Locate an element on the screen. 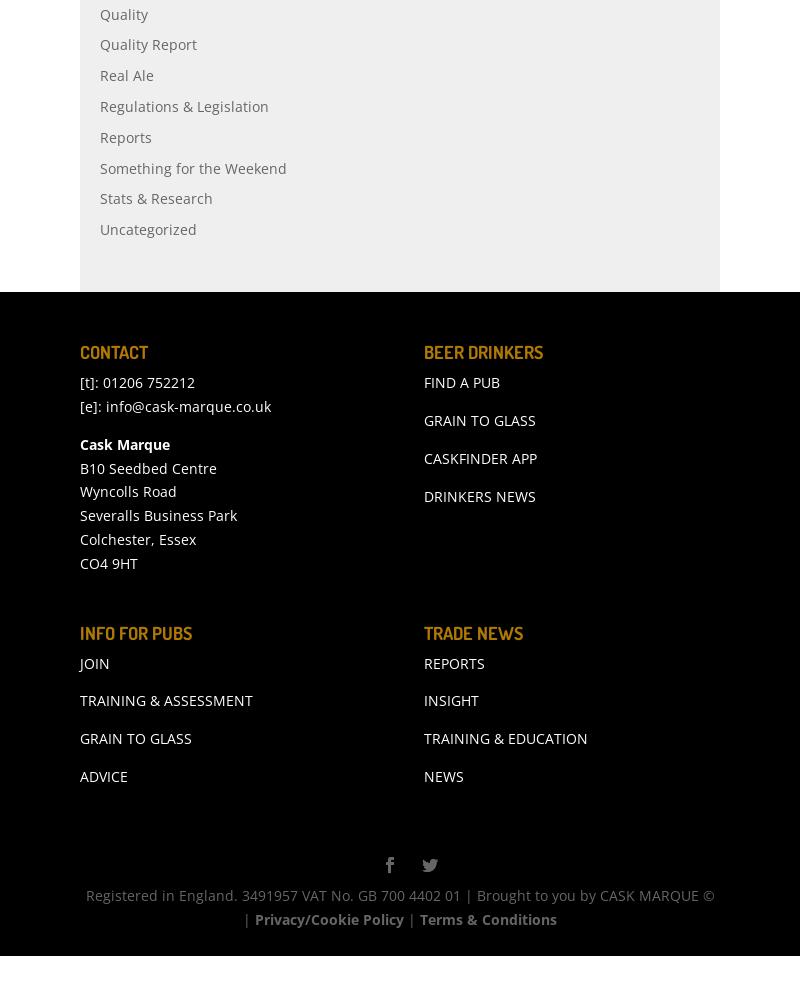 This screenshot has height=1001, width=800. 'Regulations & Legislation' is located at coordinates (183, 150).